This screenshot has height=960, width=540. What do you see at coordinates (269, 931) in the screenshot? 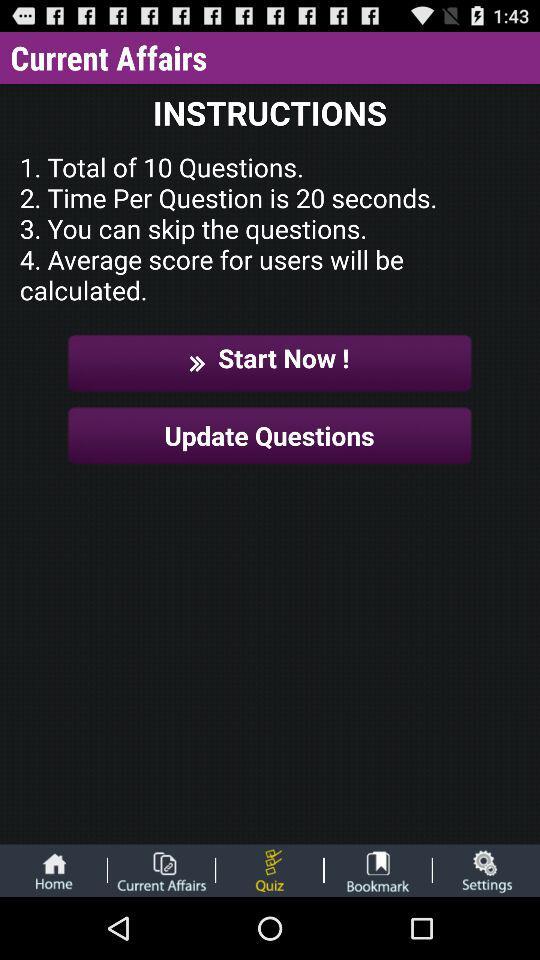
I see `the more icon` at bounding box center [269, 931].